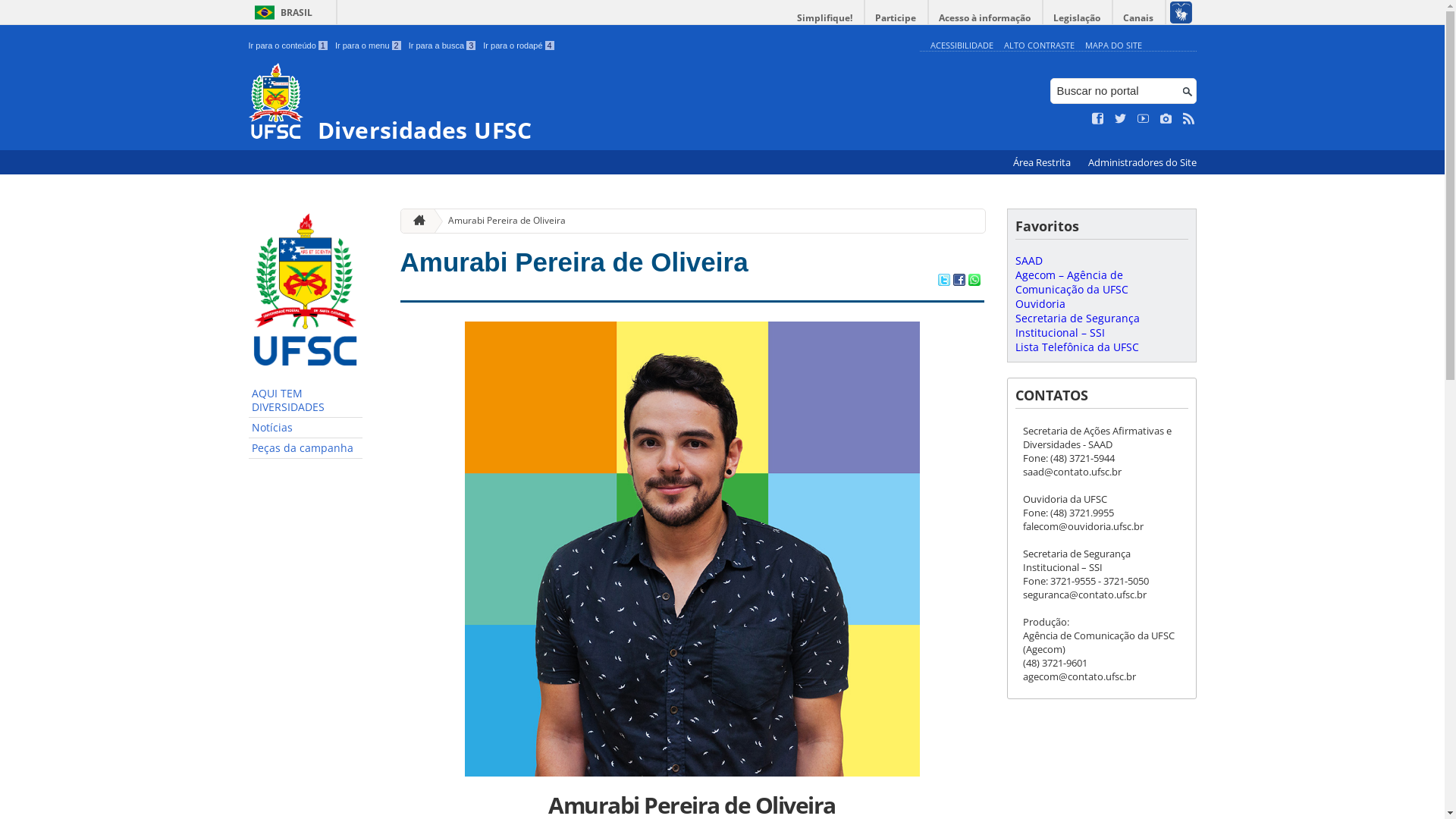 This screenshot has height=819, width=1456. Describe the element at coordinates (248, 400) in the screenshot. I see `'AQUI TEM DIVERSIDADES'` at that location.